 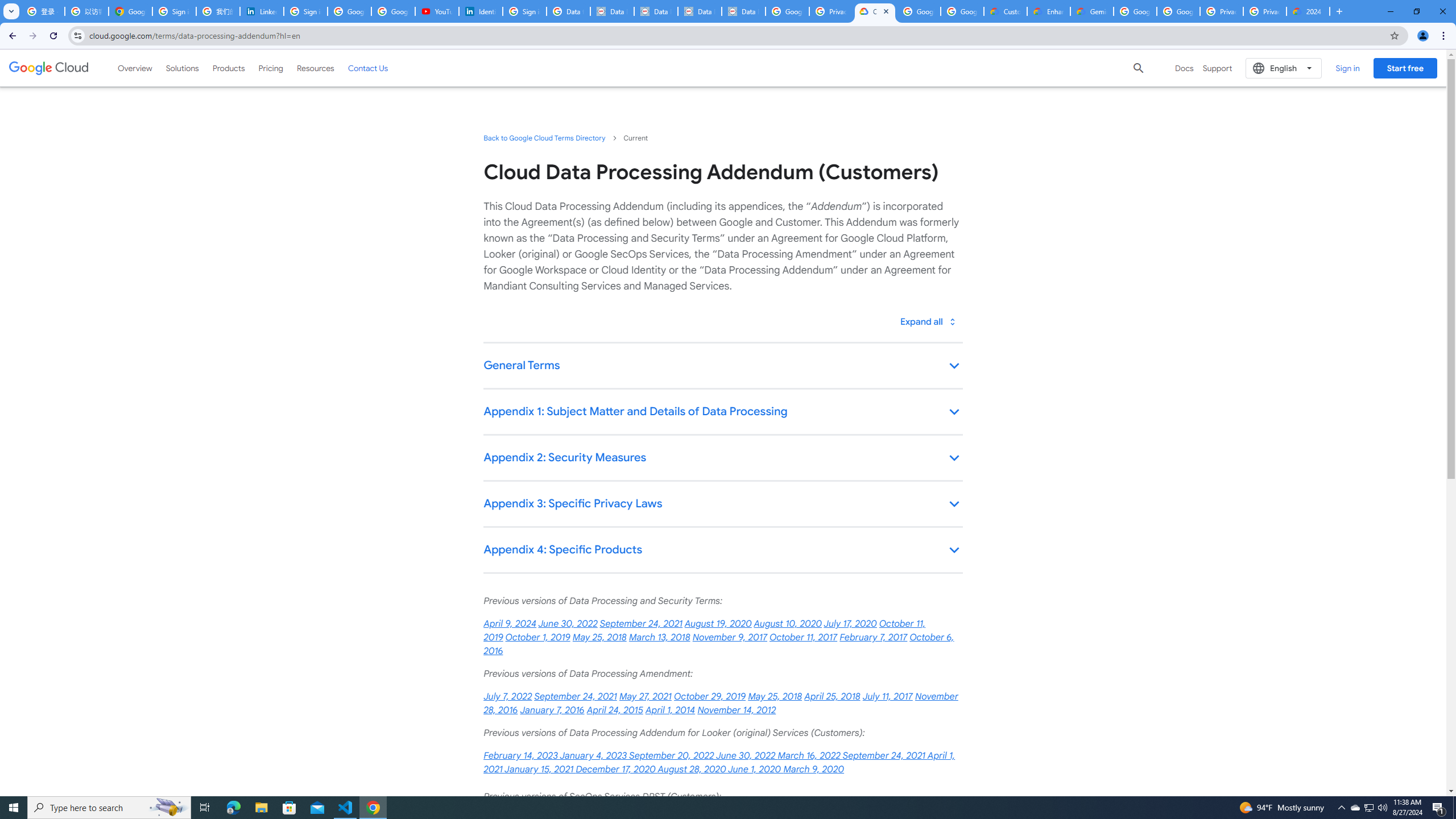 I want to click on 'Products', so click(x=227, y=67).